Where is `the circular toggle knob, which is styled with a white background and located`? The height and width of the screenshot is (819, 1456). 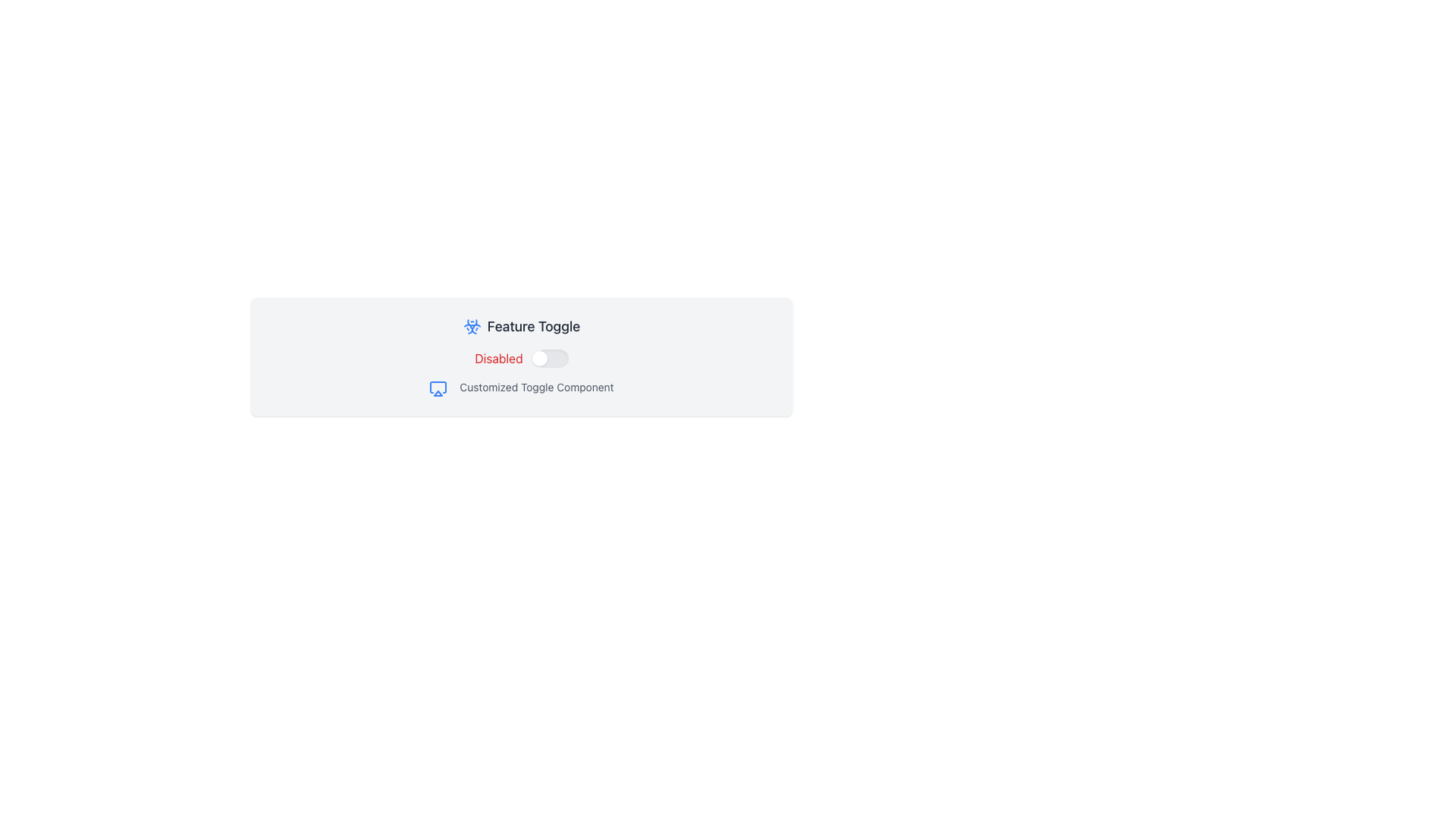
the circular toggle knob, which is styled with a white background and located is located at coordinates (539, 359).